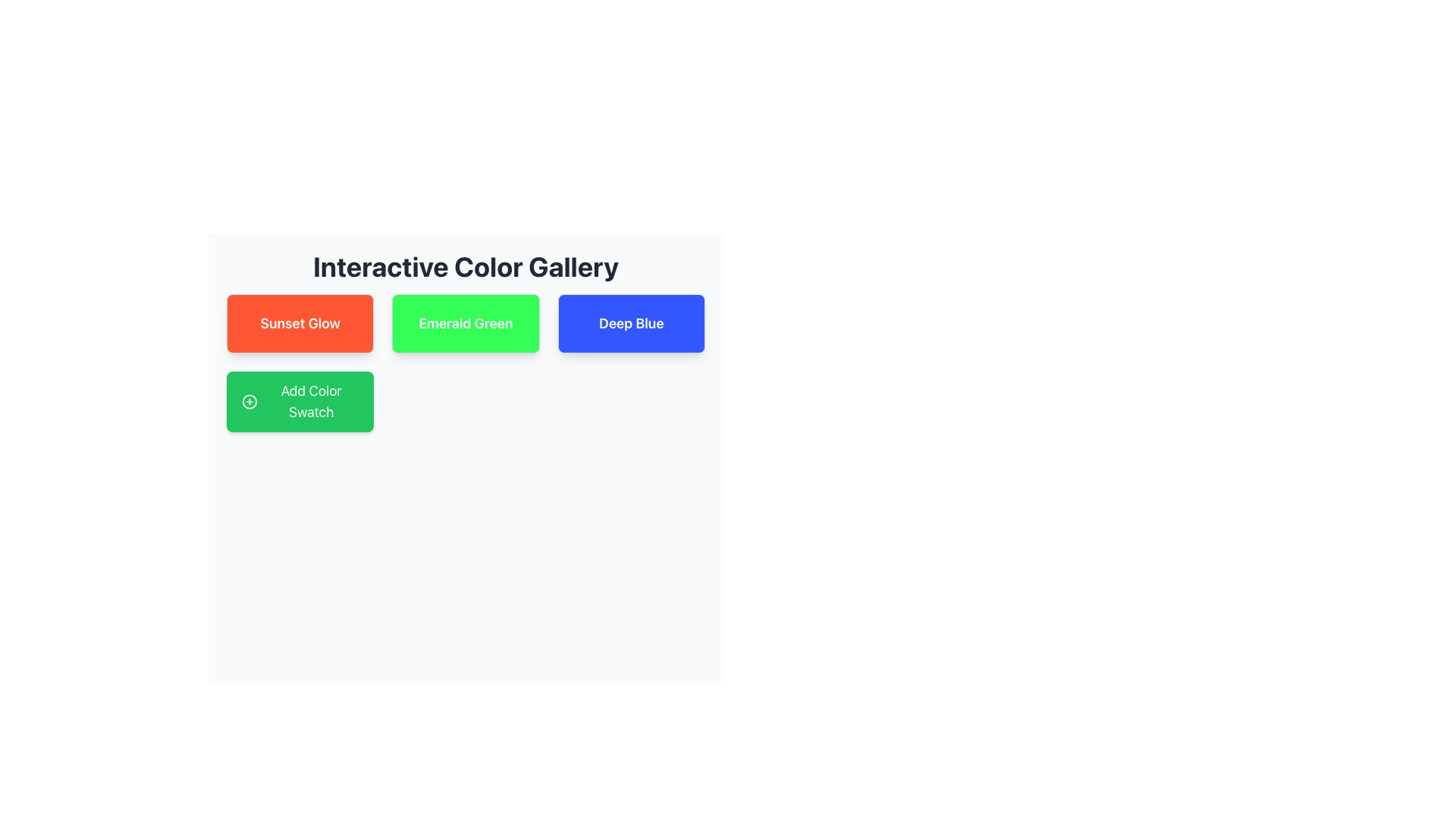  I want to click on the 'Add Color Swatch' button, which contains the icon for adding an item, located at the bottom left of the three buttons displayed in a grid-like arrangement, so click(249, 400).